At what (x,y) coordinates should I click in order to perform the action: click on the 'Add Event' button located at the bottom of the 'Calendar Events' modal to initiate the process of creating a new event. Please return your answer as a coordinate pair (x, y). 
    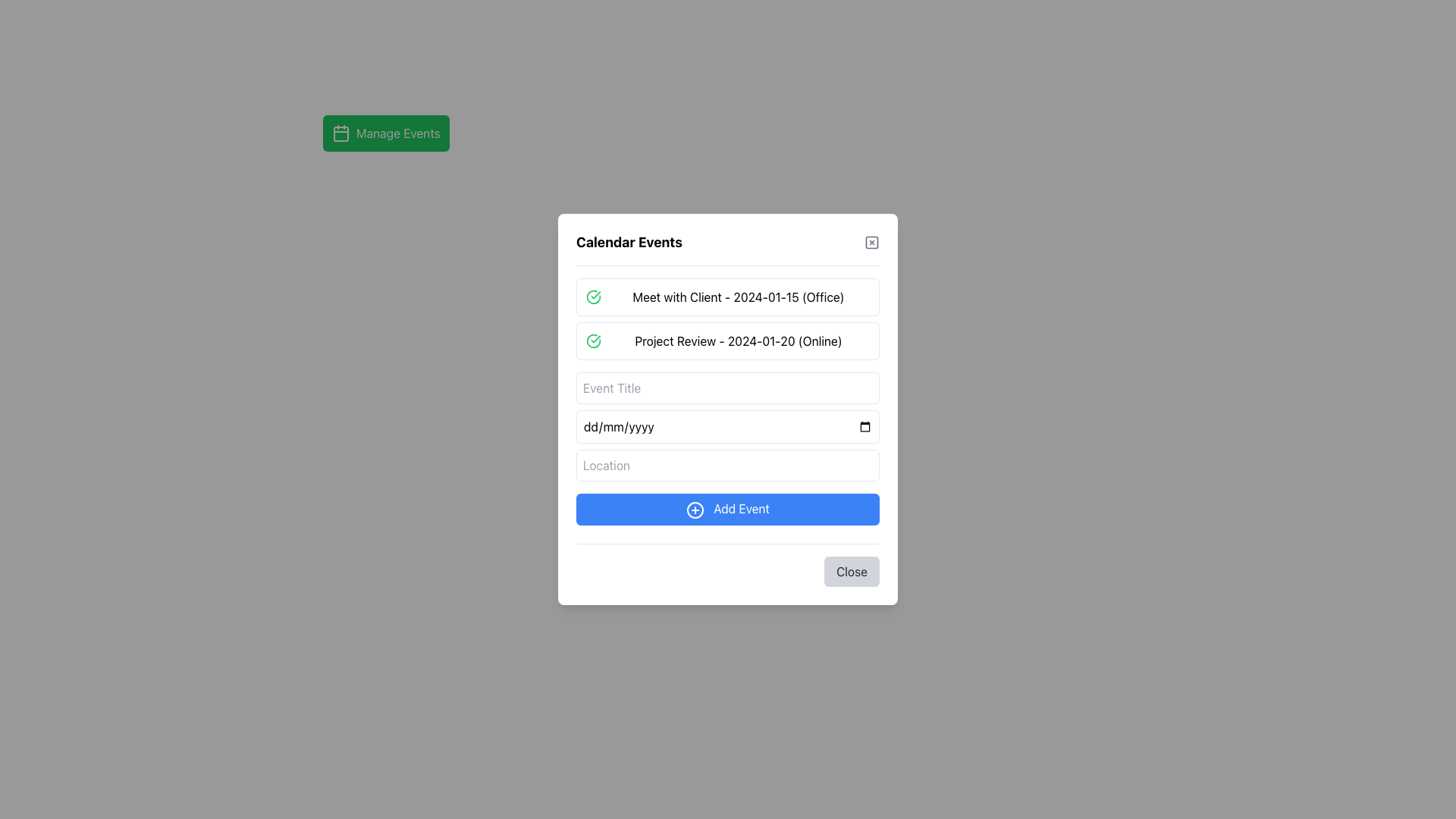
    Looking at the image, I should click on (728, 509).